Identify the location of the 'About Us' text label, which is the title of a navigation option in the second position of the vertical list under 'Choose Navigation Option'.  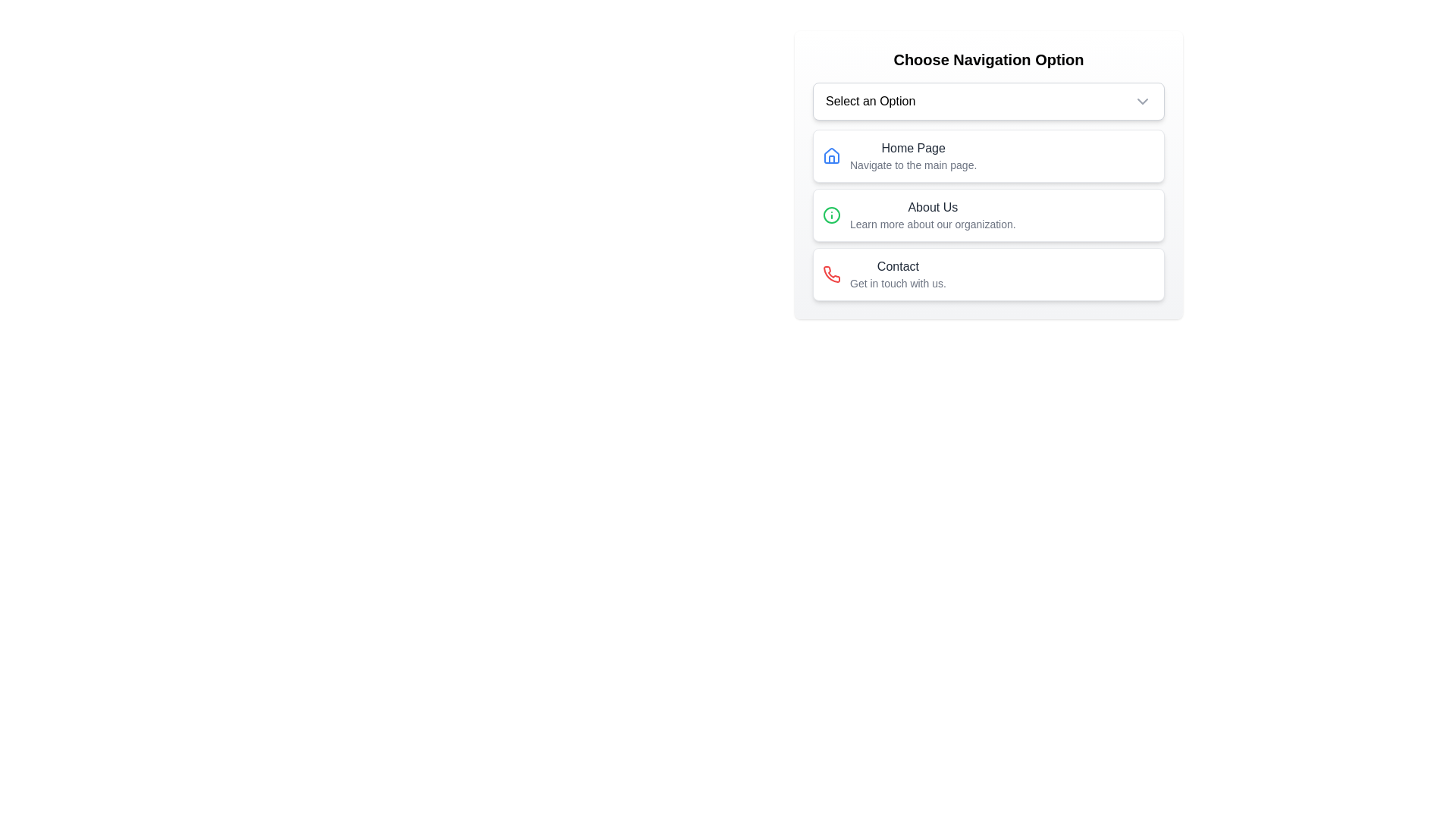
(932, 207).